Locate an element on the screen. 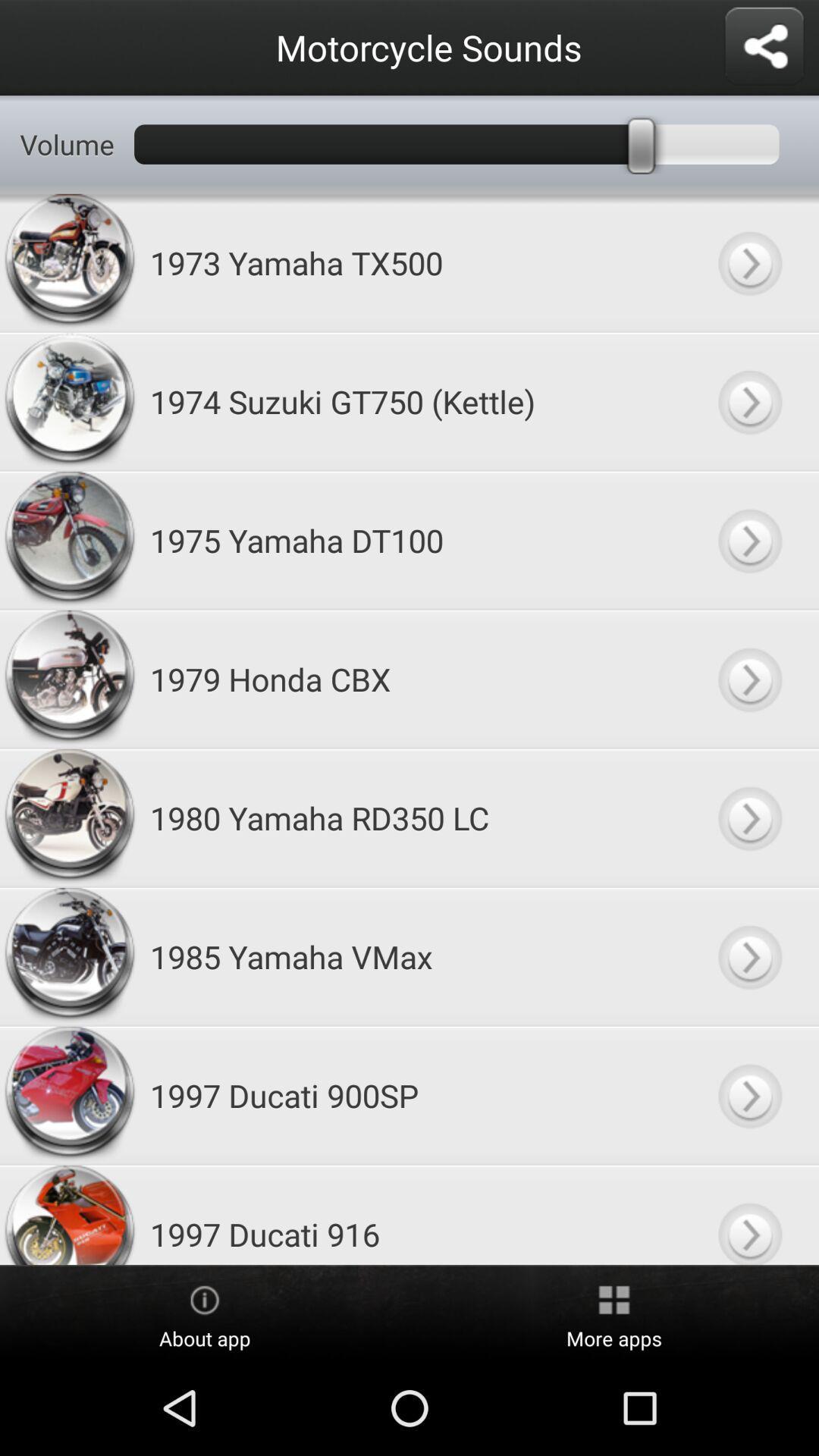 This screenshot has height=1456, width=819. sound is located at coordinates (748, 955).